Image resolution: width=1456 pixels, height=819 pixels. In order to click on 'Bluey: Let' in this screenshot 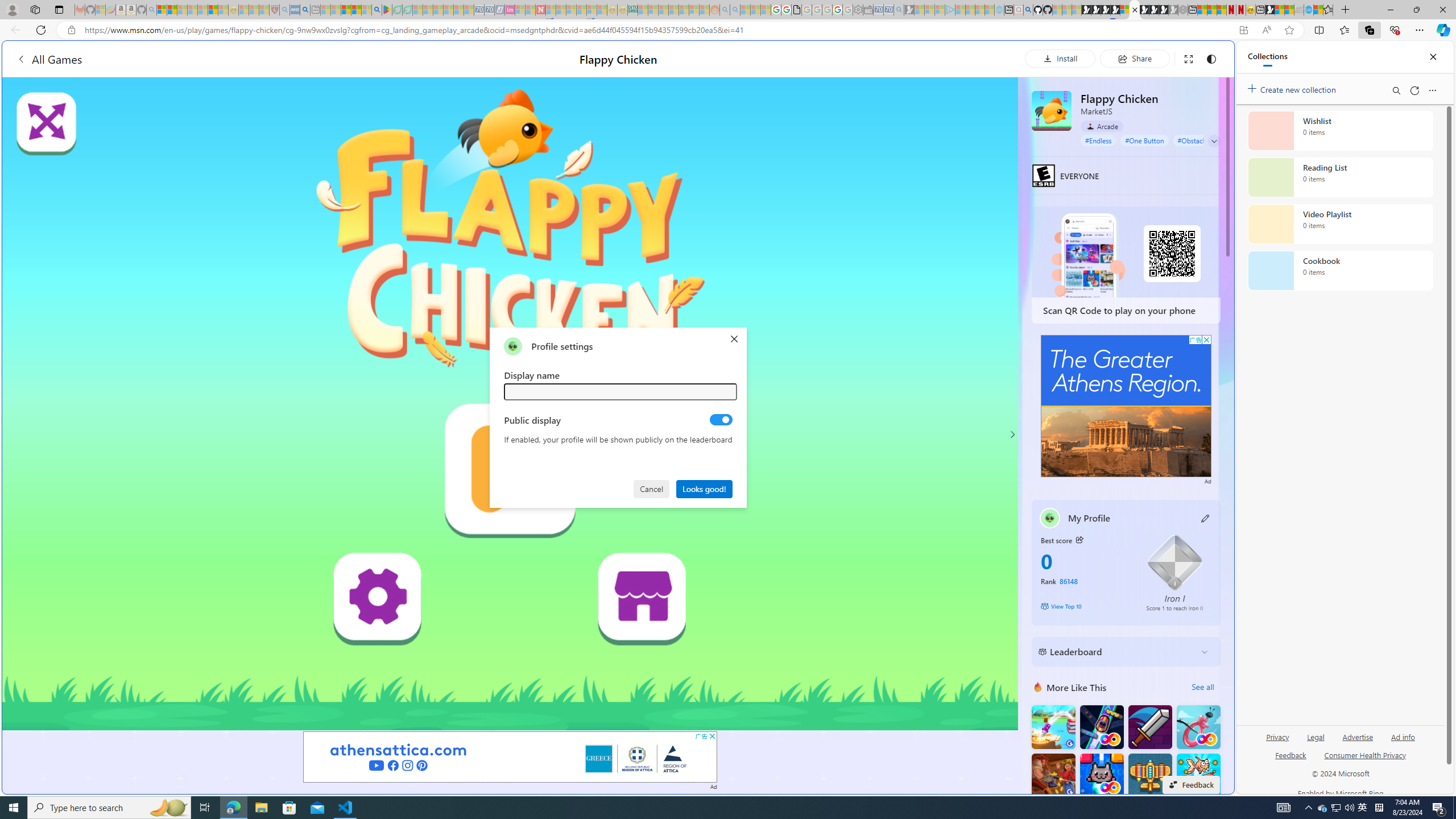, I will do `click(387, 9)`.